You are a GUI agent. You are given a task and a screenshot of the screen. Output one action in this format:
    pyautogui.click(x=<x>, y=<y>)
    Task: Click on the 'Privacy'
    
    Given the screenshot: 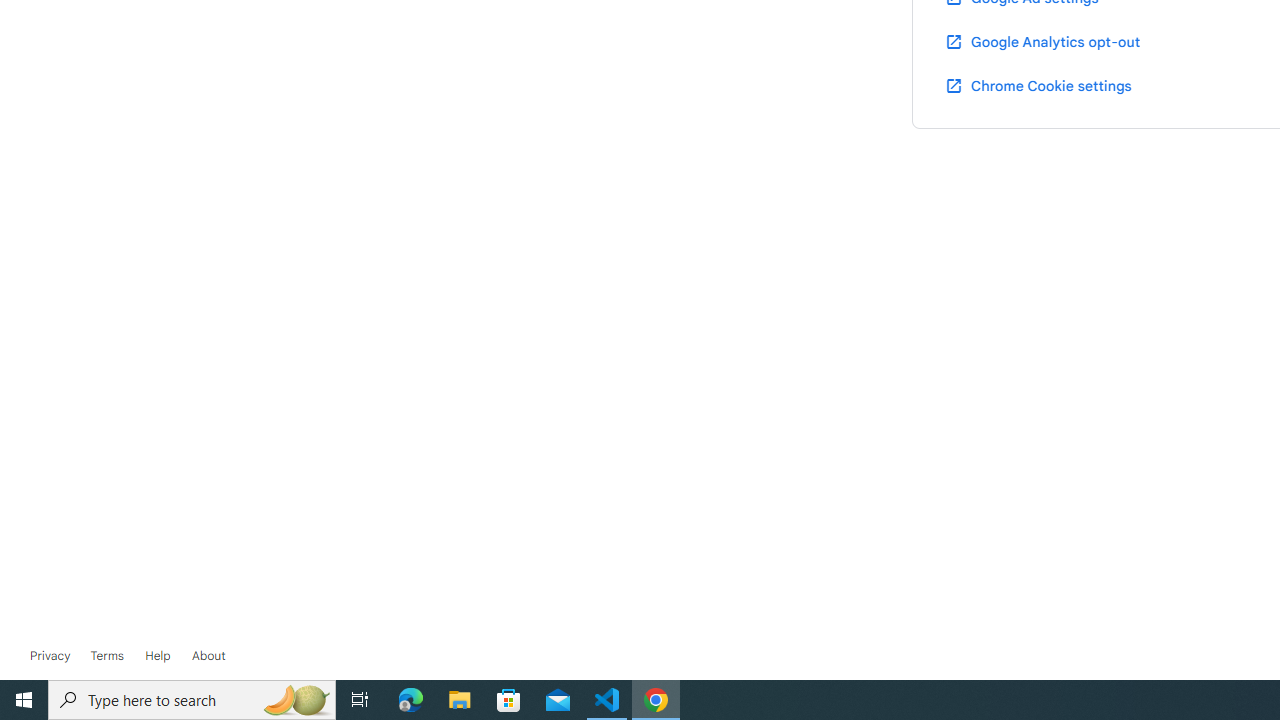 What is the action you would take?
    pyautogui.click(x=50, y=655)
    